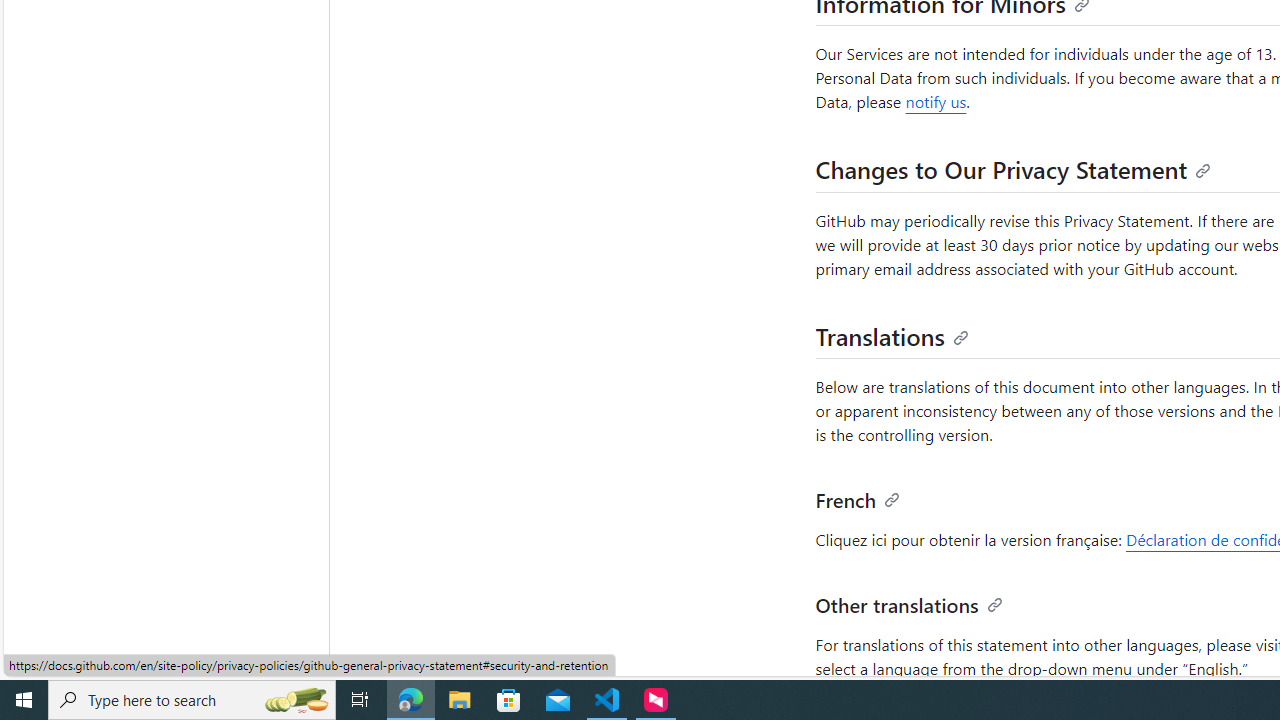 The width and height of the screenshot is (1280, 720). Describe the element at coordinates (1013, 168) in the screenshot. I see `'Changes to Our Privacy Statement'` at that location.